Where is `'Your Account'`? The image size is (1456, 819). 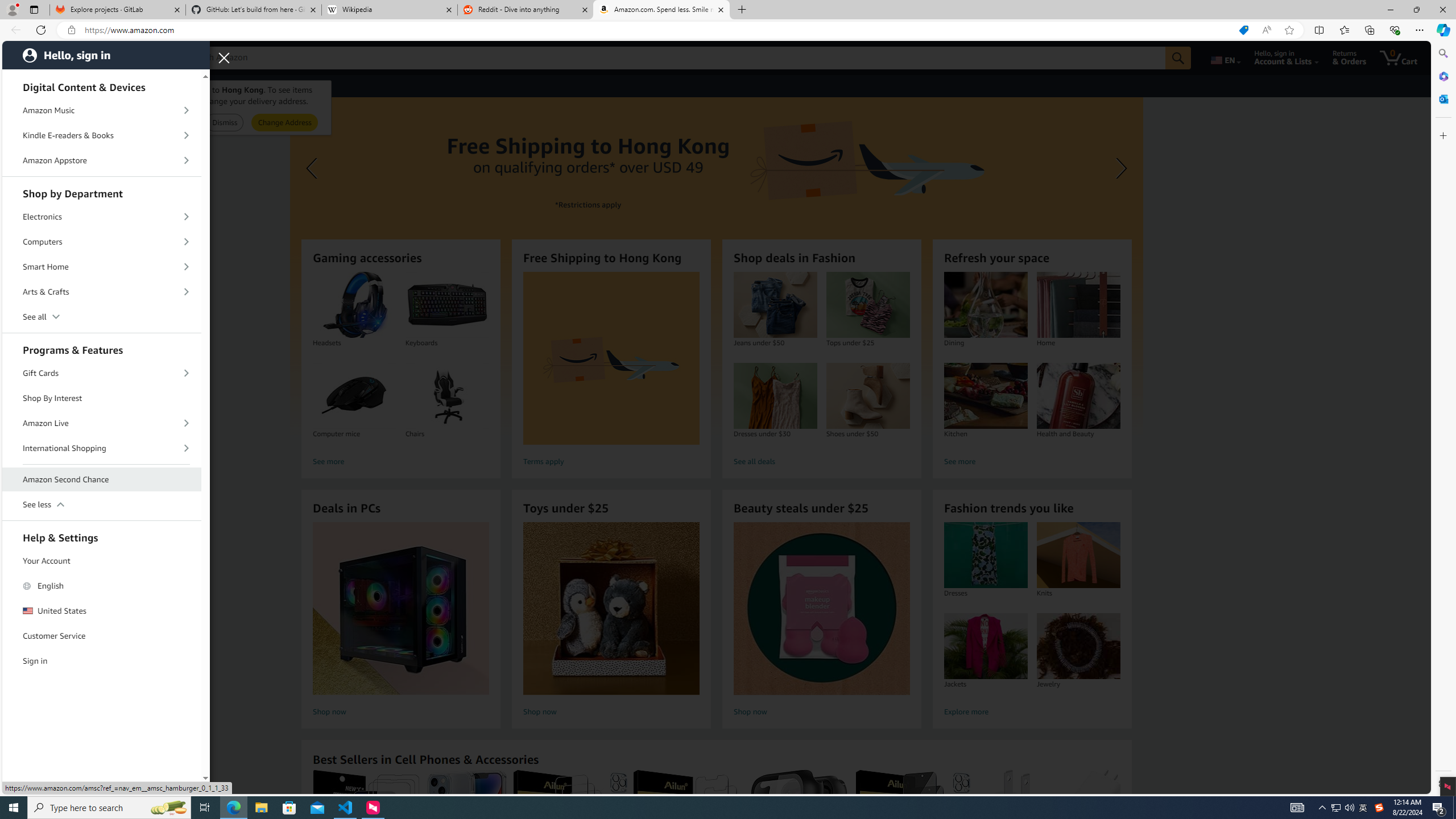
'Your Account' is located at coordinates (102, 560).